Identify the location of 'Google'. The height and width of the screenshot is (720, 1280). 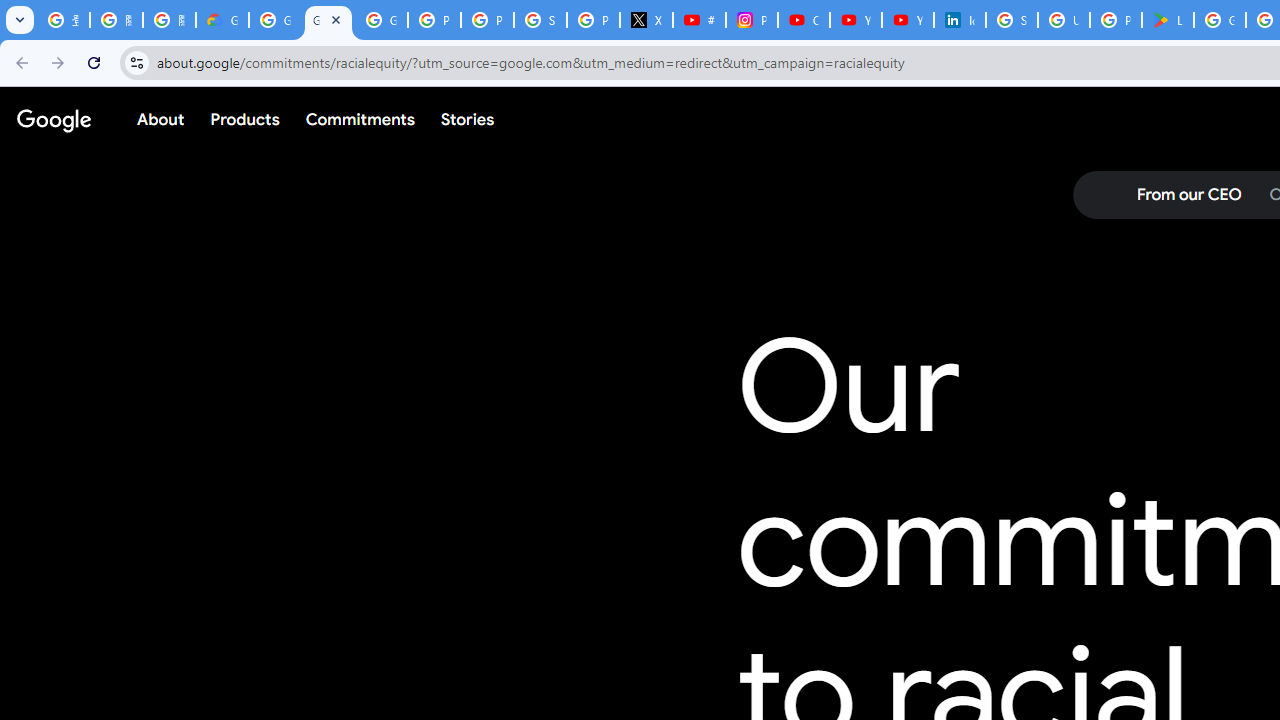
(54, 119).